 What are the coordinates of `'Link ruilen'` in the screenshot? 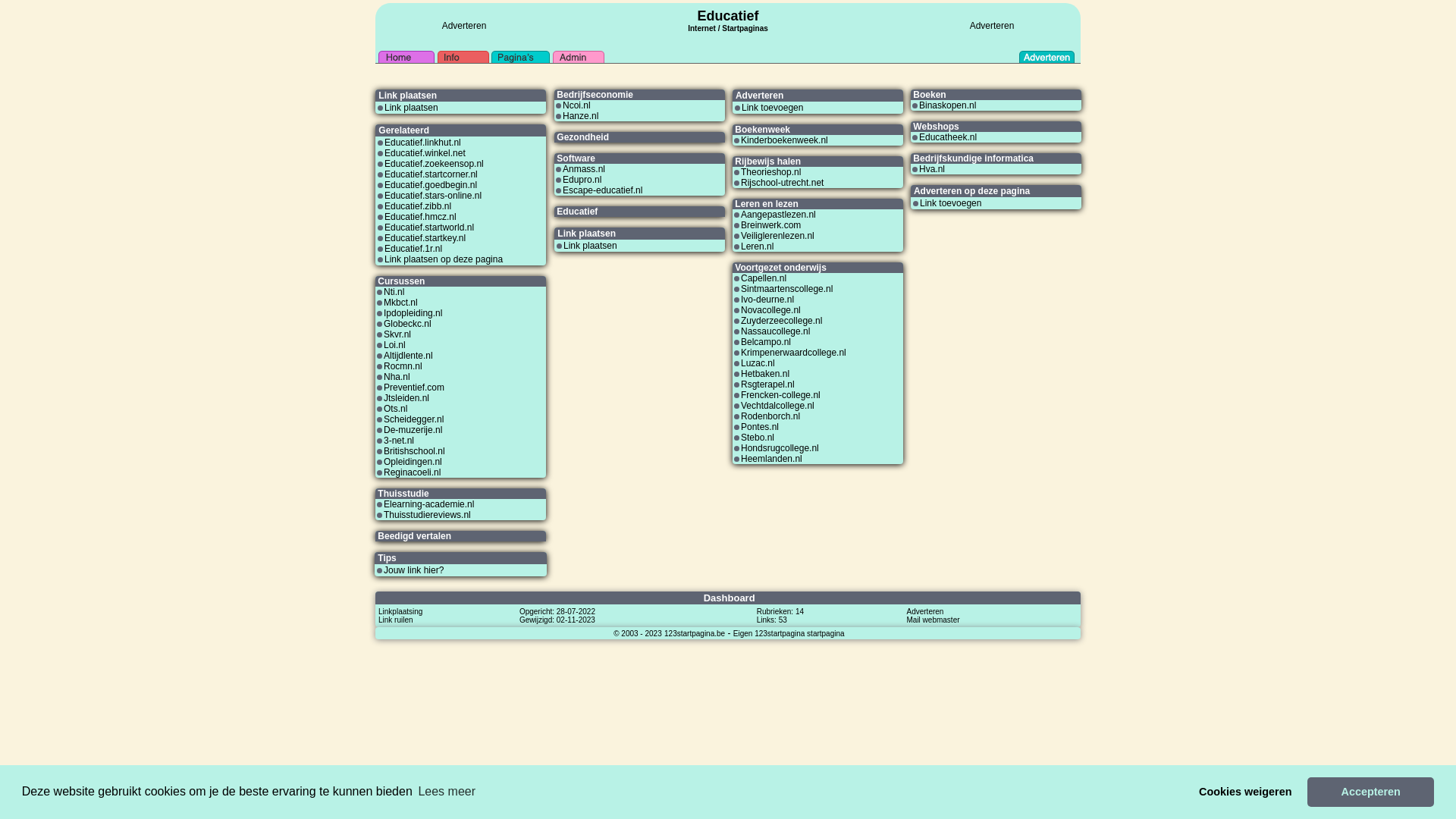 It's located at (396, 620).